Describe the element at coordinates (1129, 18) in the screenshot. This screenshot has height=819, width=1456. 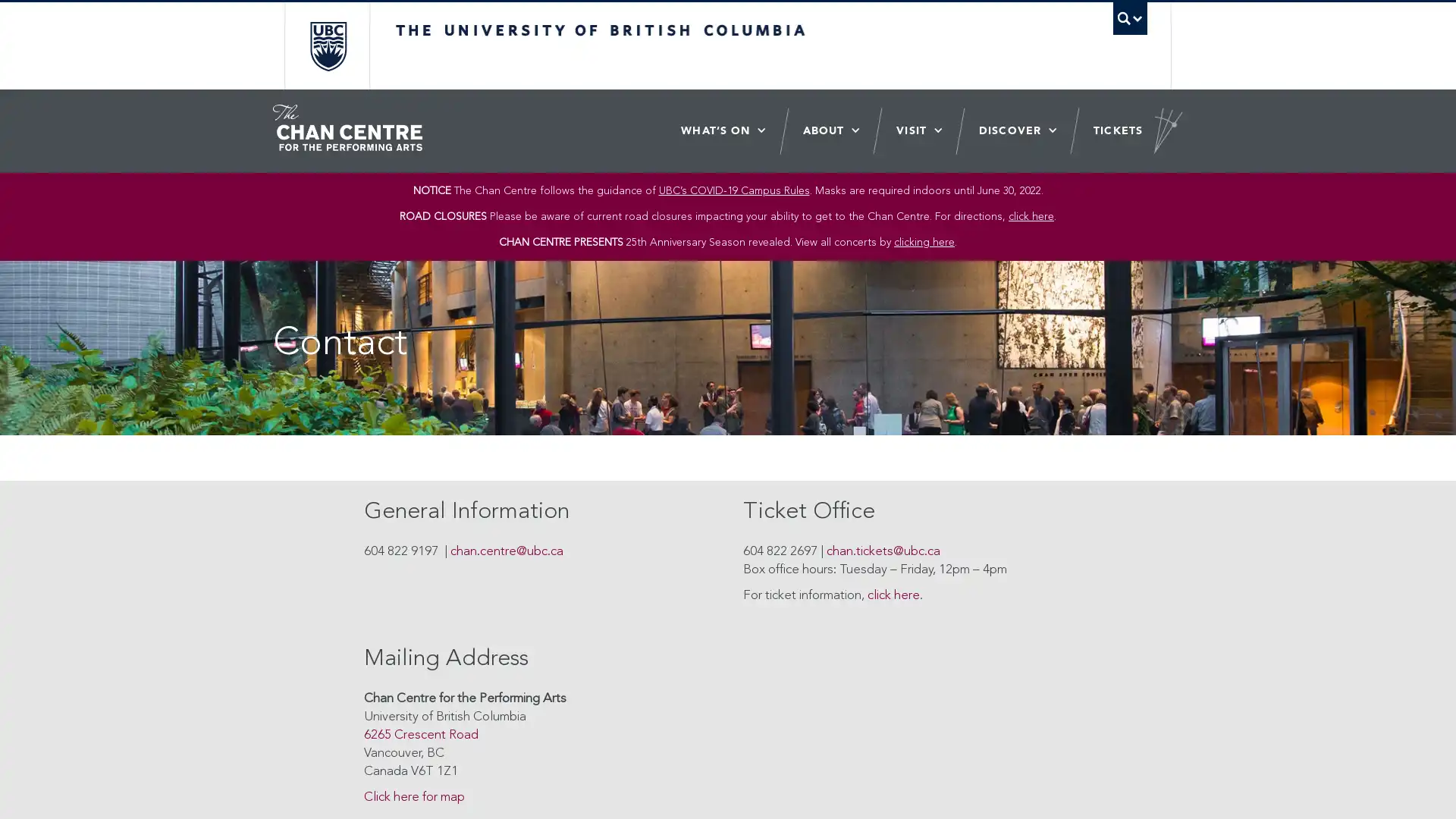
I see `UBC Search` at that location.